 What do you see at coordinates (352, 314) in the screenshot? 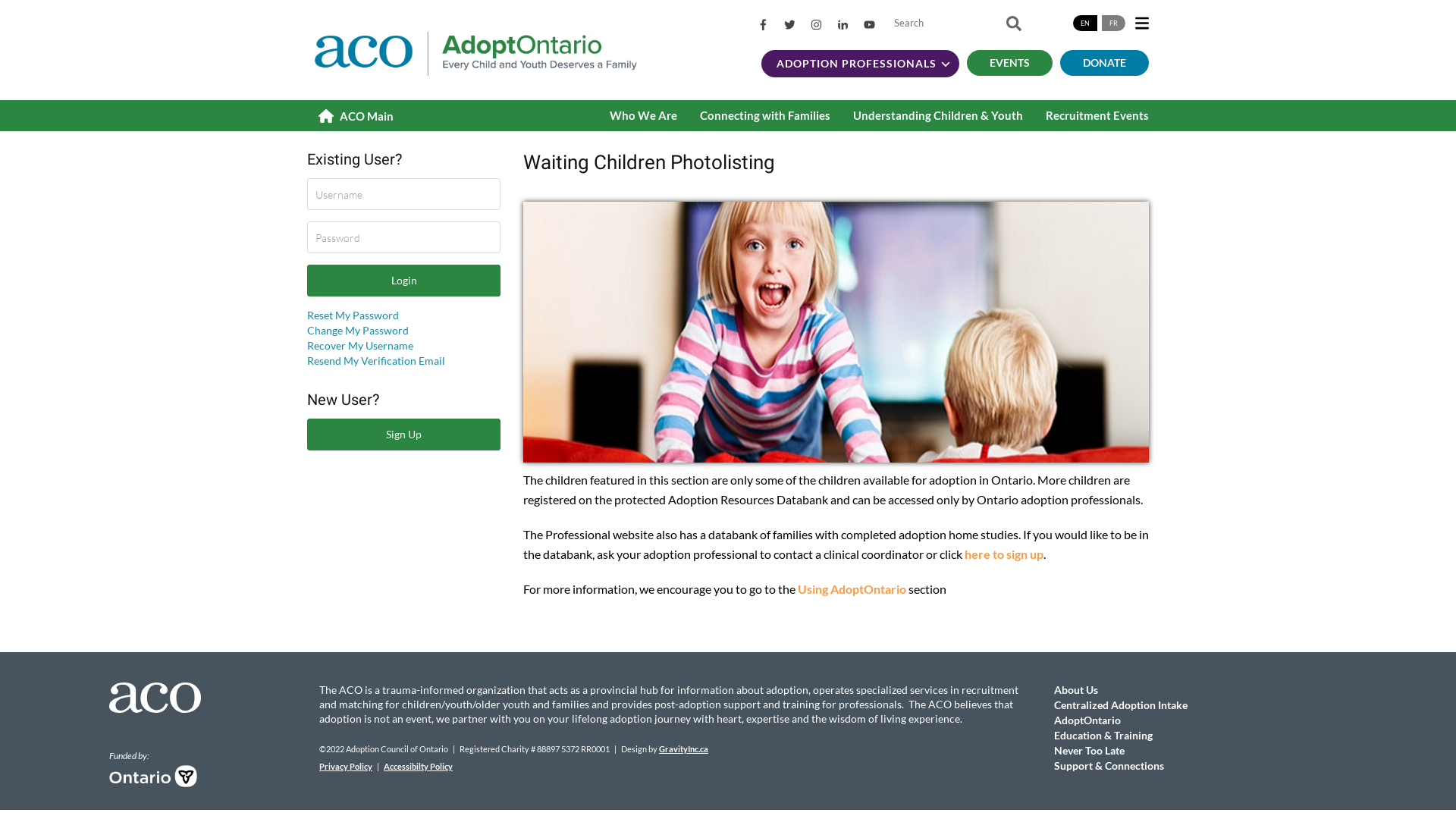
I see `'Reset My Password'` at bounding box center [352, 314].